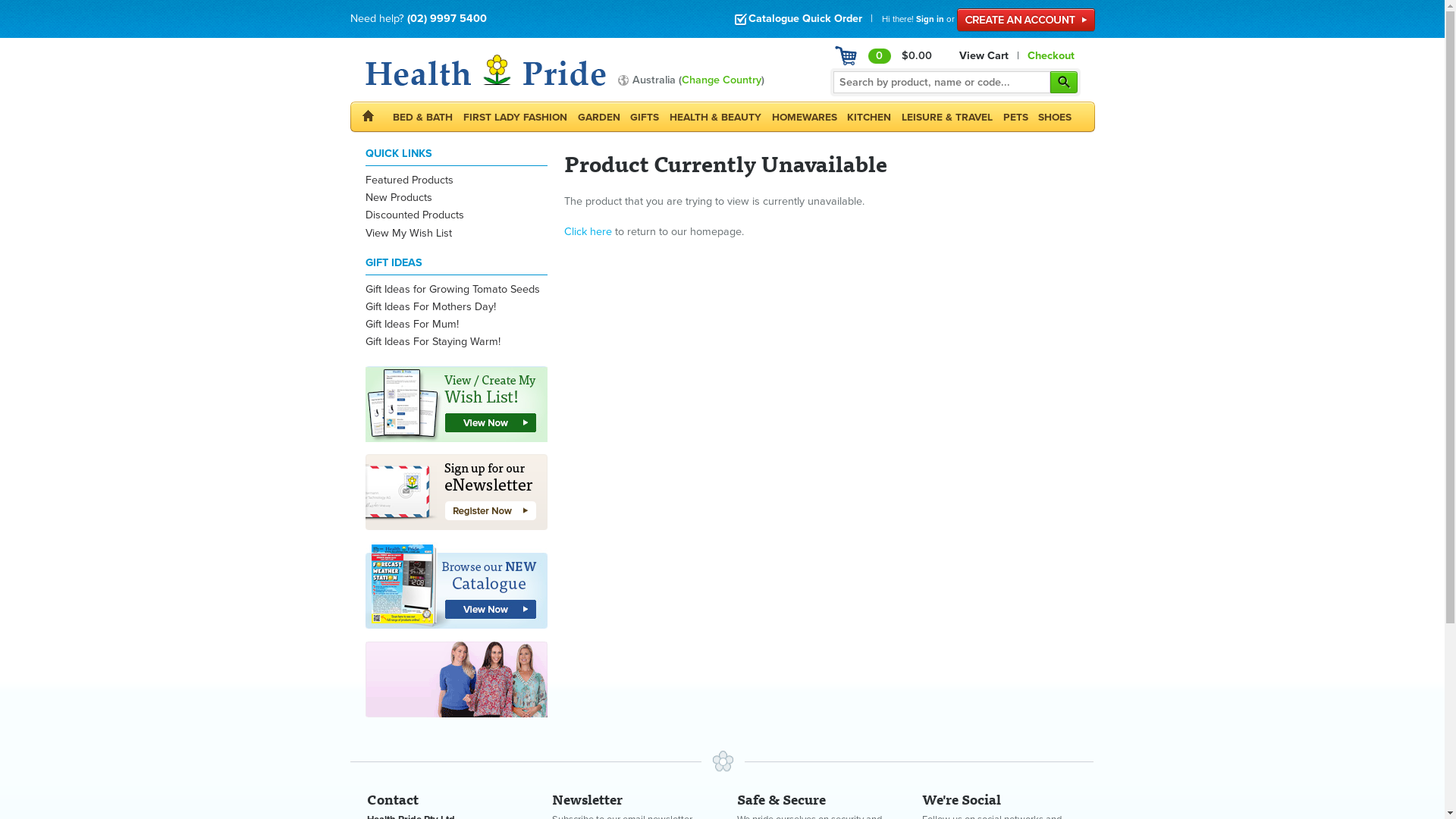  Describe the element at coordinates (984, 55) in the screenshot. I see `'View Cart'` at that location.